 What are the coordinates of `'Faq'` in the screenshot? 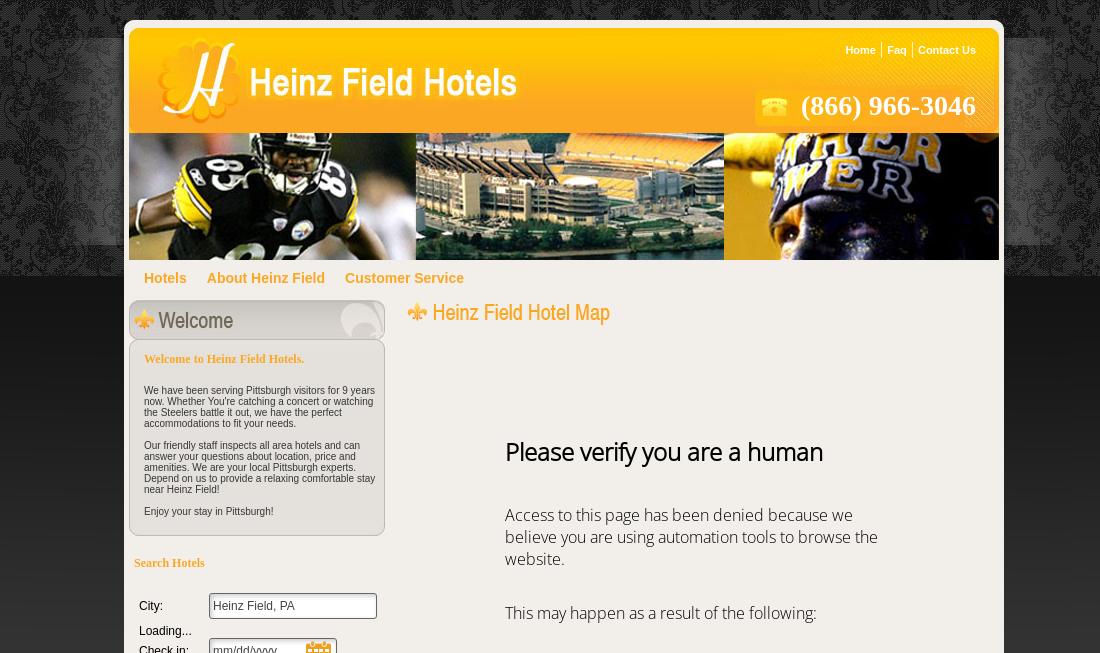 It's located at (896, 50).